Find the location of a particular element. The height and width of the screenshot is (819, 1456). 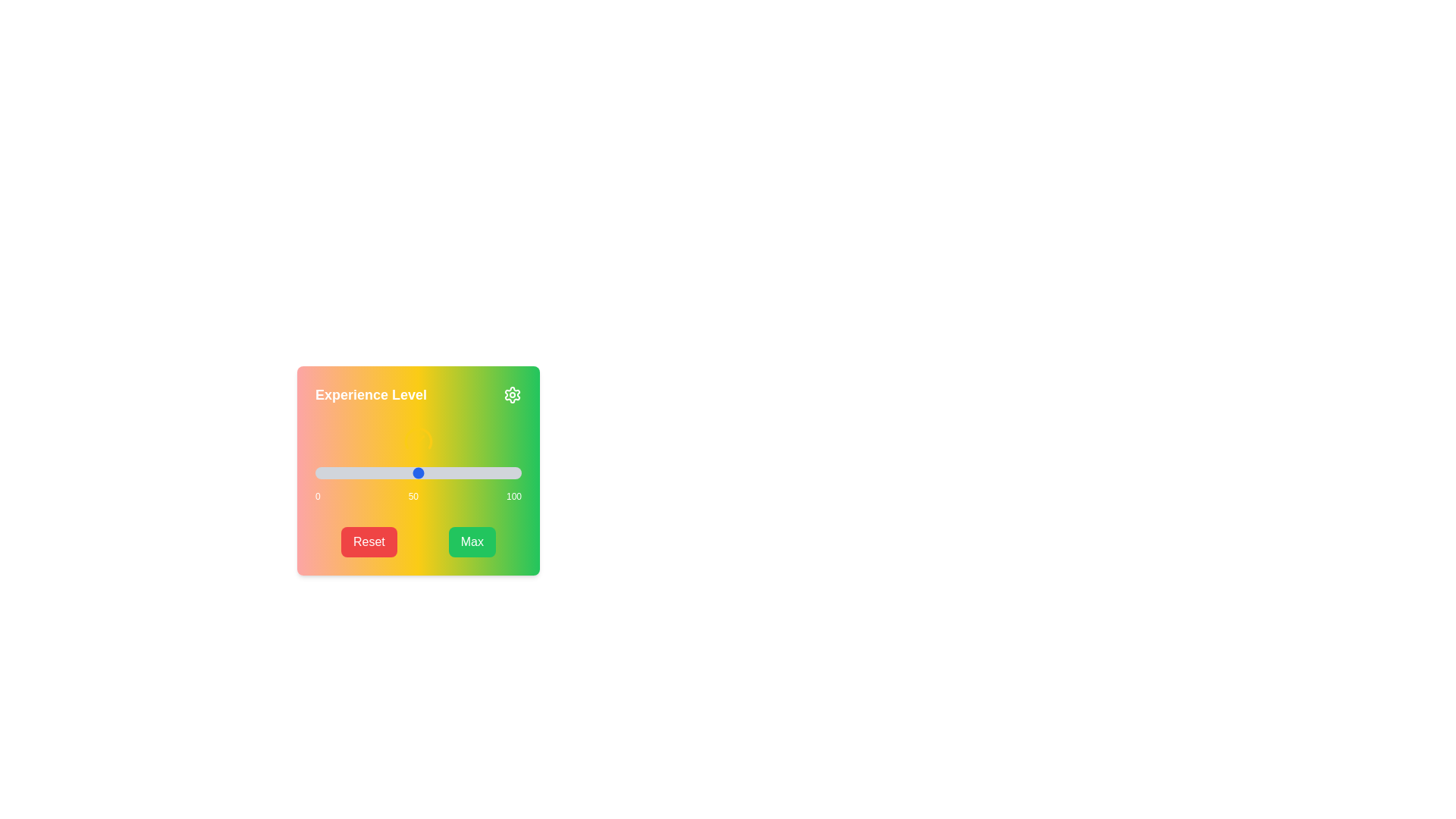

the slider to set the value to 21 is located at coordinates (358, 472).